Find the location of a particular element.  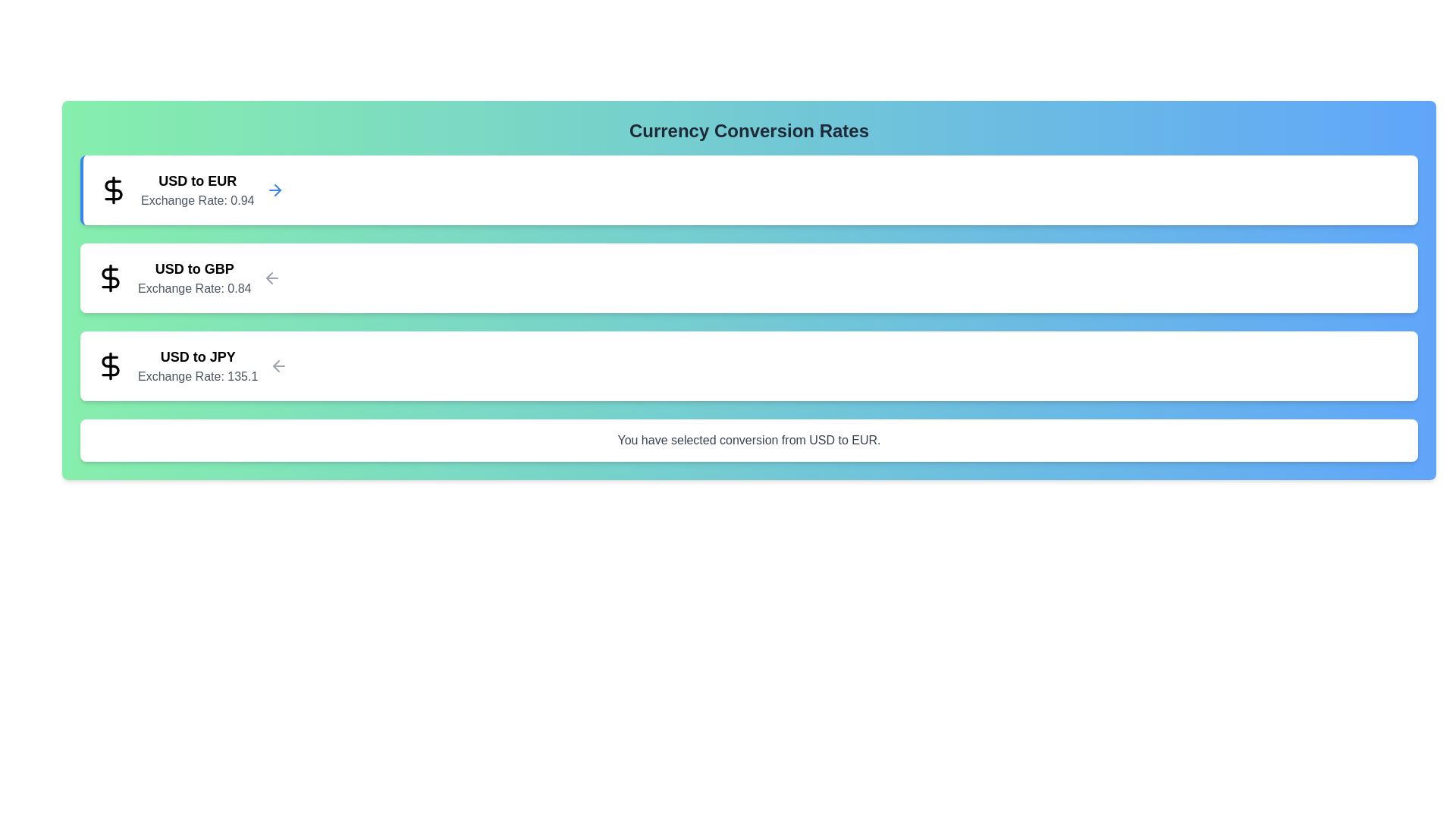

the dollar currency icon located to the left of the 'USD to GBP' exchange rate option in the vertical list of currency conversion options is located at coordinates (109, 278).